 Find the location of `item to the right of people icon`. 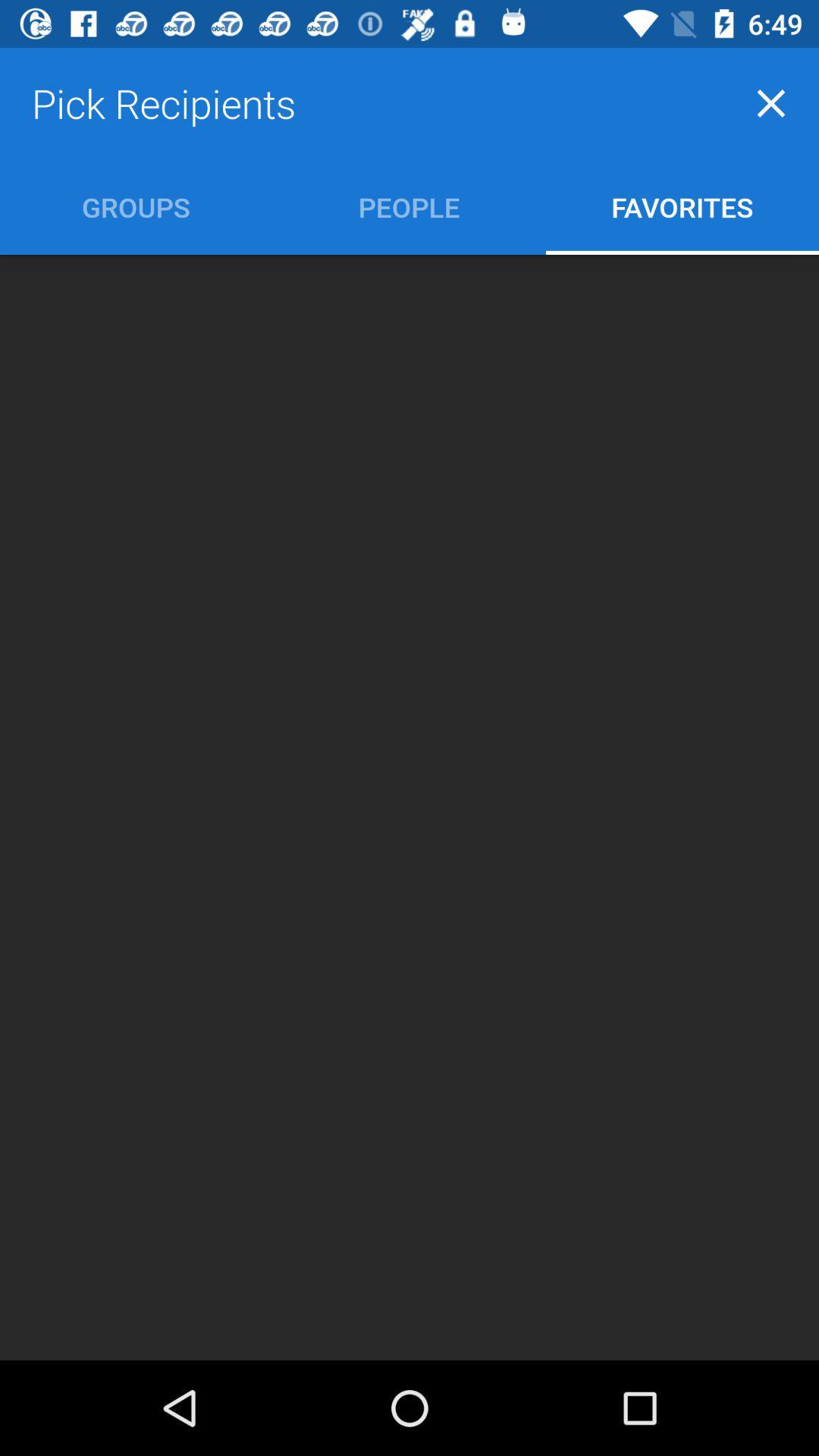

item to the right of people icon is located at coordinates (681, 206).